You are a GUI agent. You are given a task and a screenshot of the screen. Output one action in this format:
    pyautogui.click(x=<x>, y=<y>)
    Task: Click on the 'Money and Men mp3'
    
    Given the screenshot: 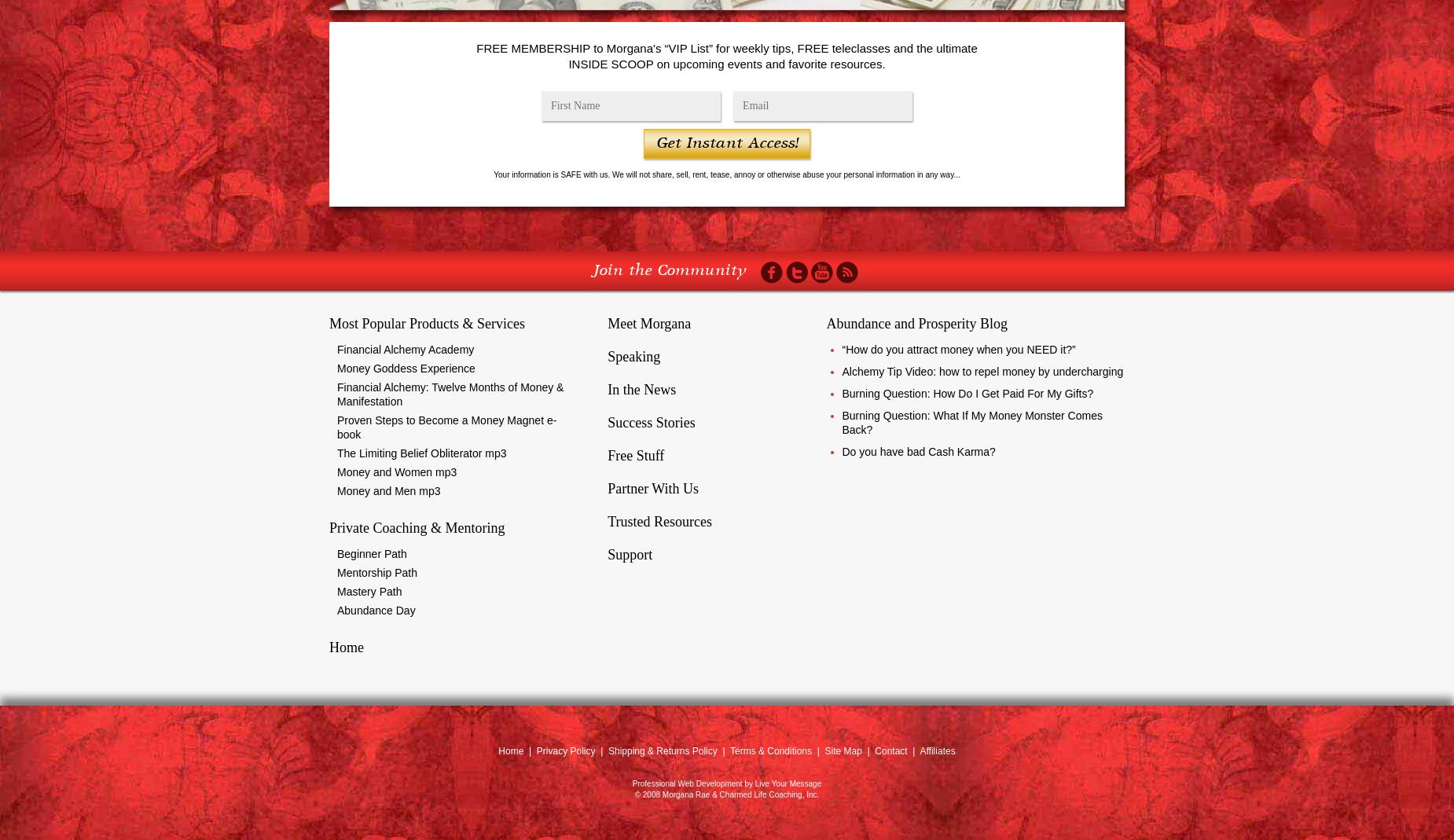 What is the action you would take?
    pyautogui.click(x=388, y=491)
    